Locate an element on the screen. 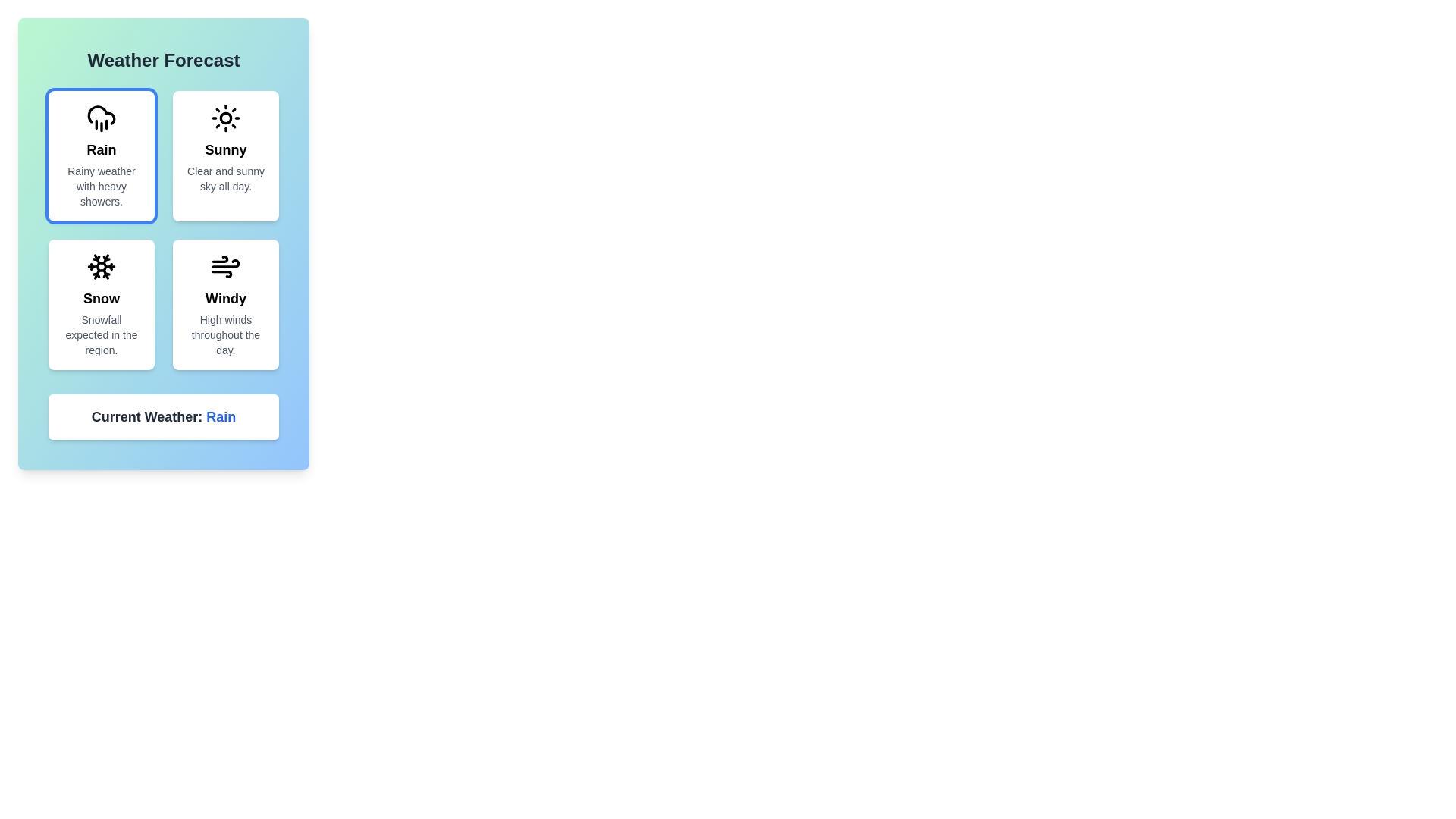 Image resolution: width=1456 pixels, height=819 pixels. text label stating 'Rainy weather with heavy showers.' located below the title 'Rain' in the weather forecast card is located at coordinates (101, 186).